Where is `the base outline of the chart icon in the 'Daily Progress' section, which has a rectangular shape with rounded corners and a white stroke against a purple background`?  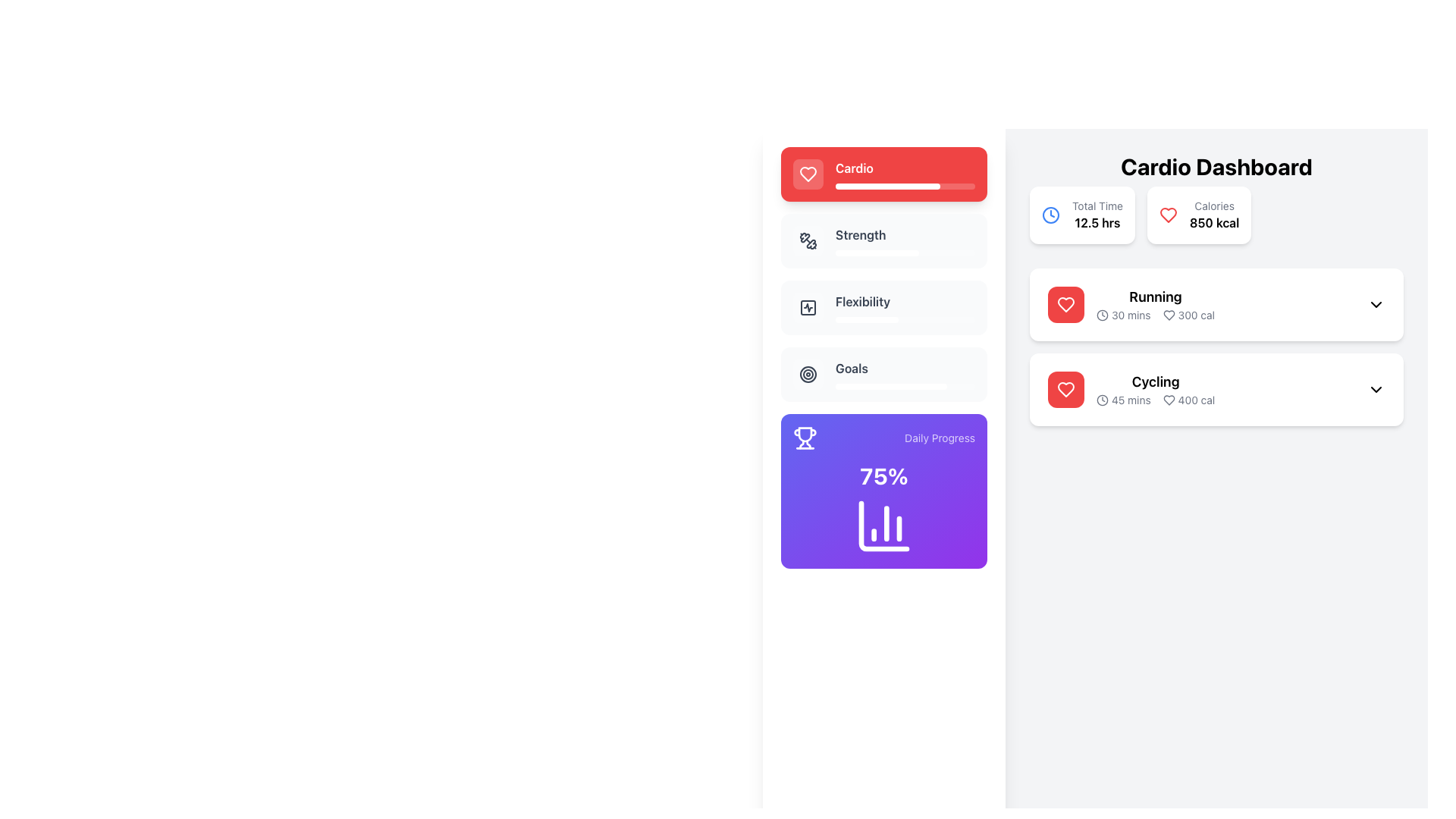 the base outline of the chart icon in the 'Daily Progress' section, which has a rectangular shape with rounded corners and a white stroke against a purple background is located at coordinates (884, 526).